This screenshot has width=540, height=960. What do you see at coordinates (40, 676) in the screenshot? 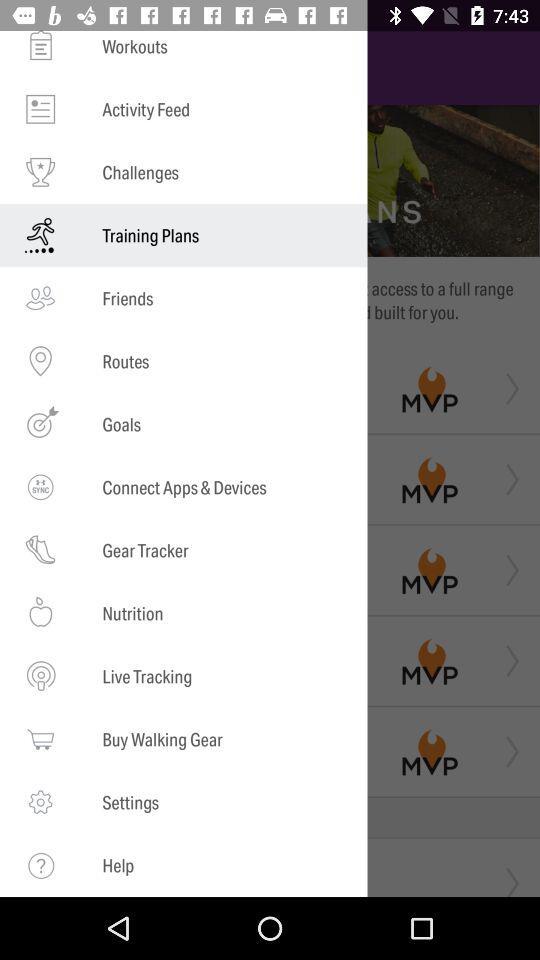
I see `the icon which is left to the text live tracking` at bounding box center [40, 676].